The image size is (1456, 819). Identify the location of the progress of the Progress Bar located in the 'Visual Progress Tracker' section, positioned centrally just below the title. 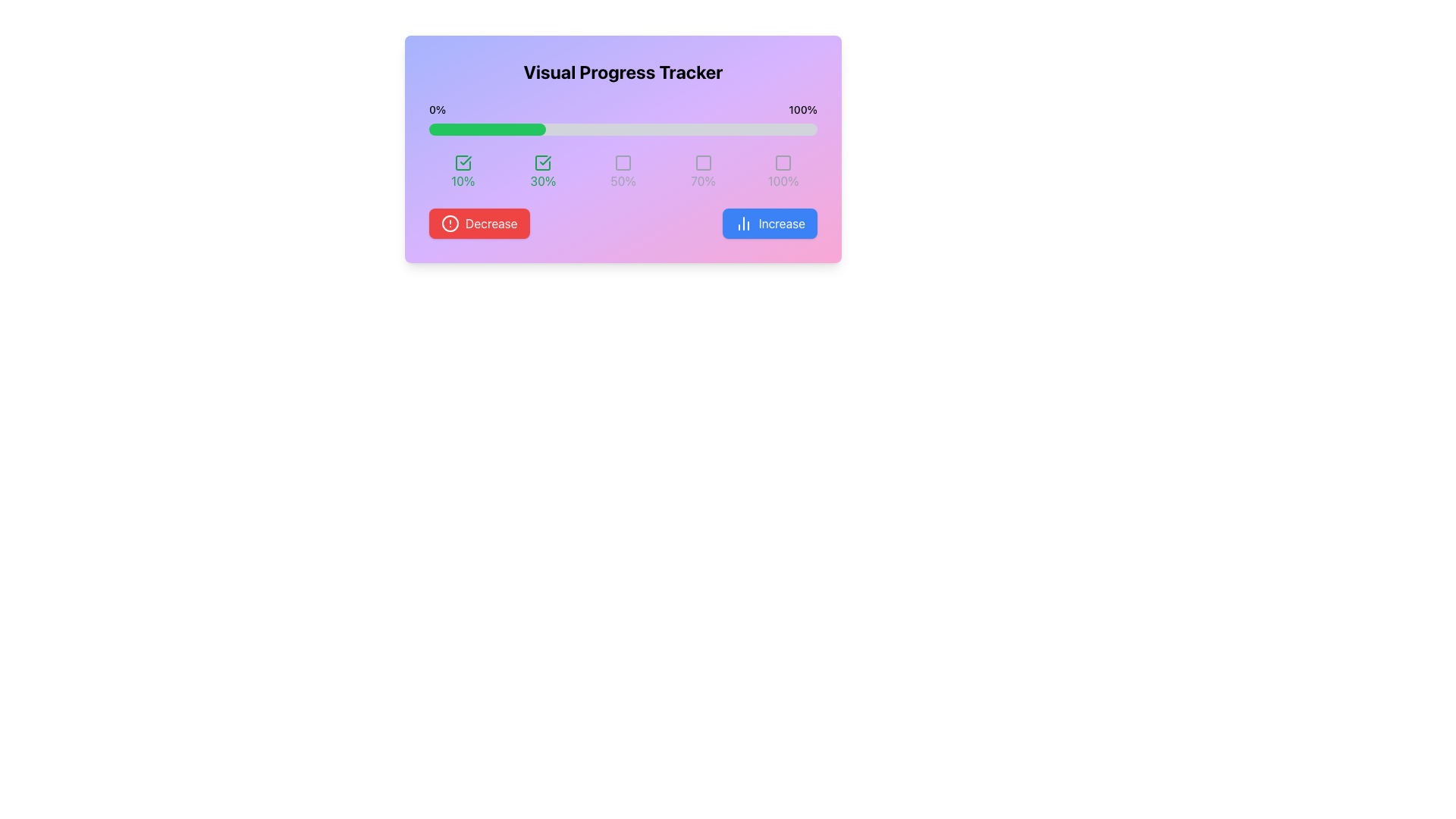
(623, 118).